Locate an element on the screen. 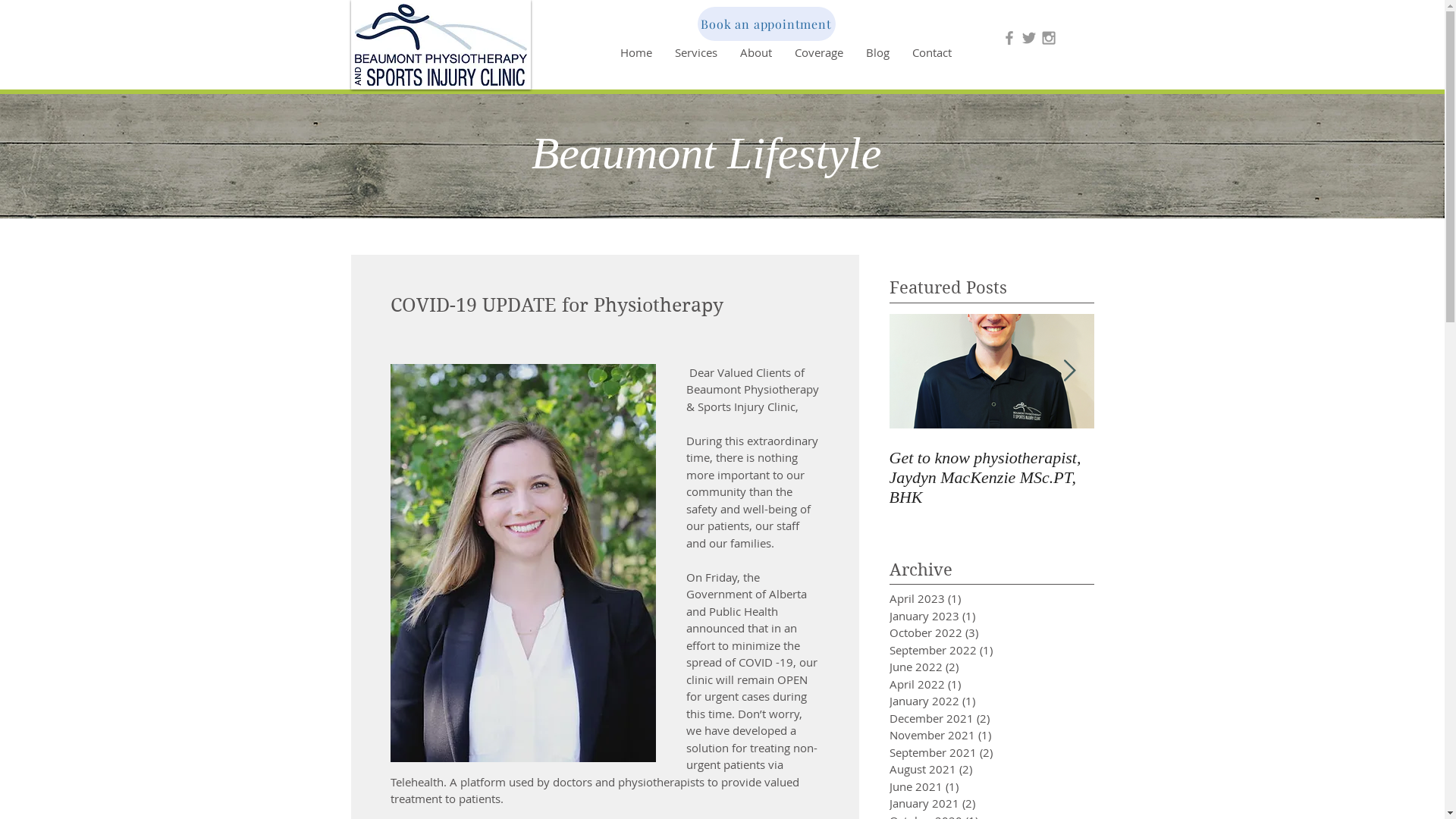 This screenshot has height=819, width=1456. 'September 2021 (2)' is located at coordinates (967, 752).